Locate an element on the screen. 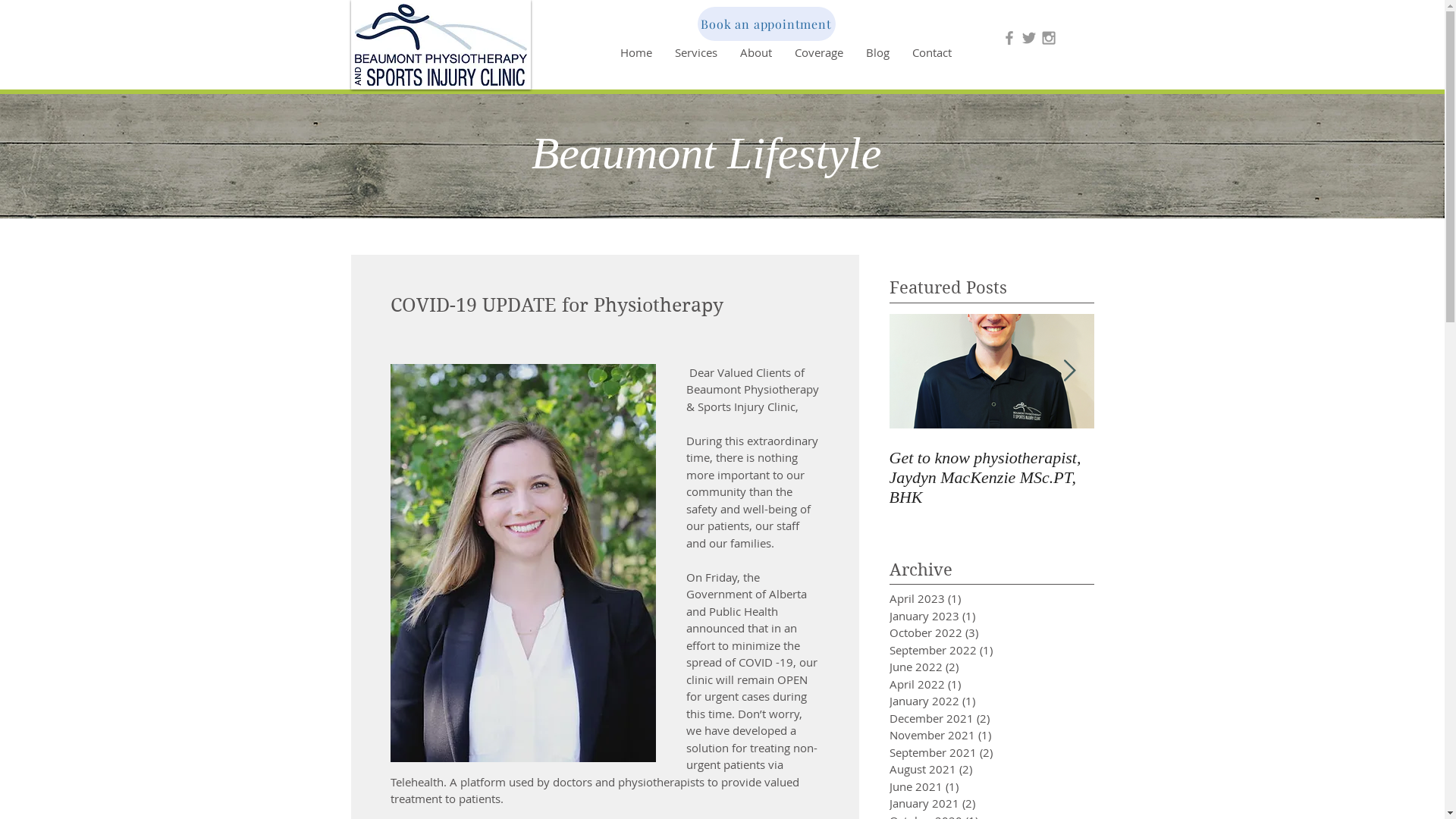 This screenshot has height=819, width=1456. 'September 2021 (2)' is located at coordinates (967, 752).